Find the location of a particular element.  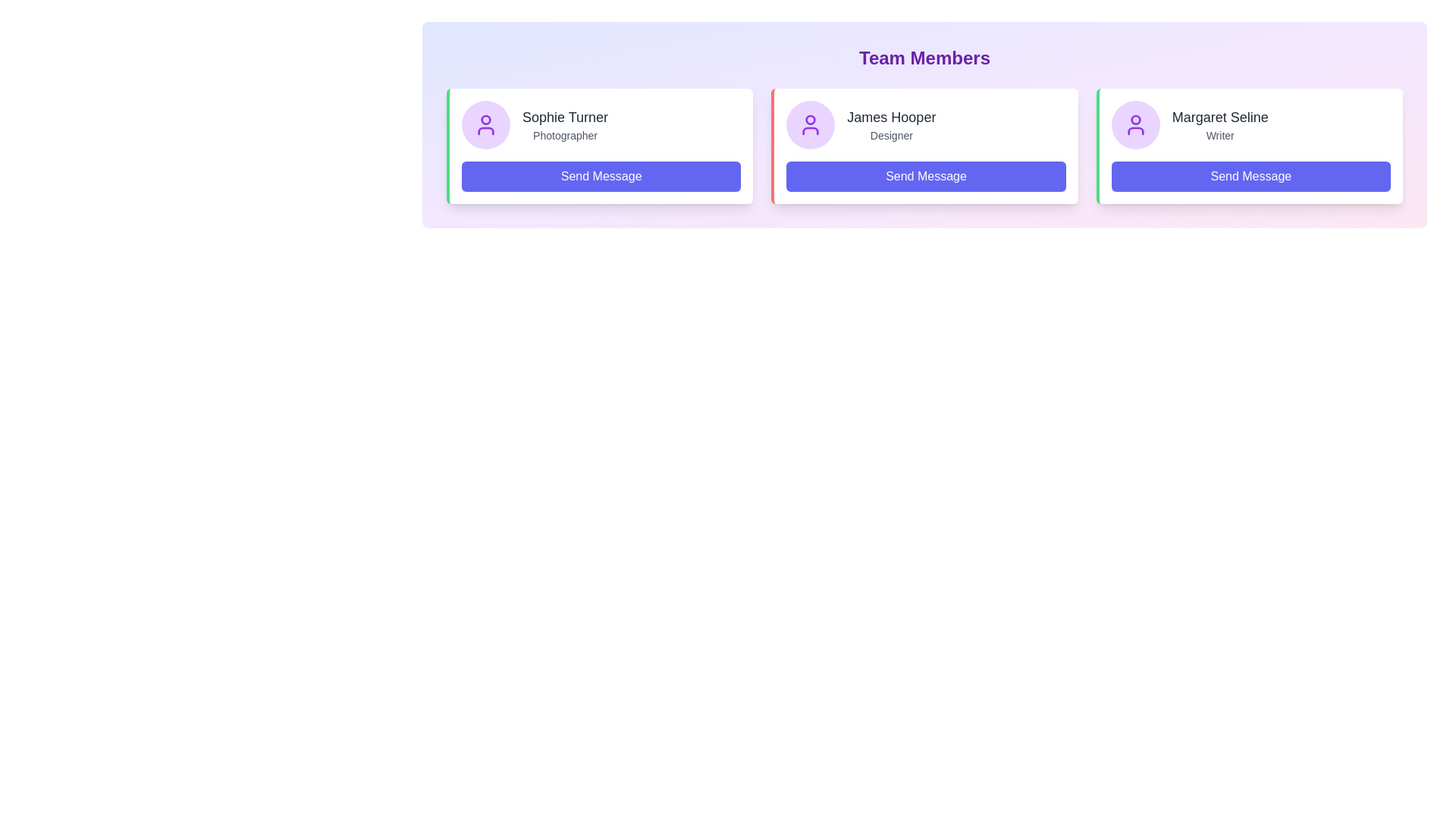

the Text Label identifying a team member in the upper-right card of the 'Team Members' section, located above the subtitle 'Writer' is located at coordinates (1220, 116).